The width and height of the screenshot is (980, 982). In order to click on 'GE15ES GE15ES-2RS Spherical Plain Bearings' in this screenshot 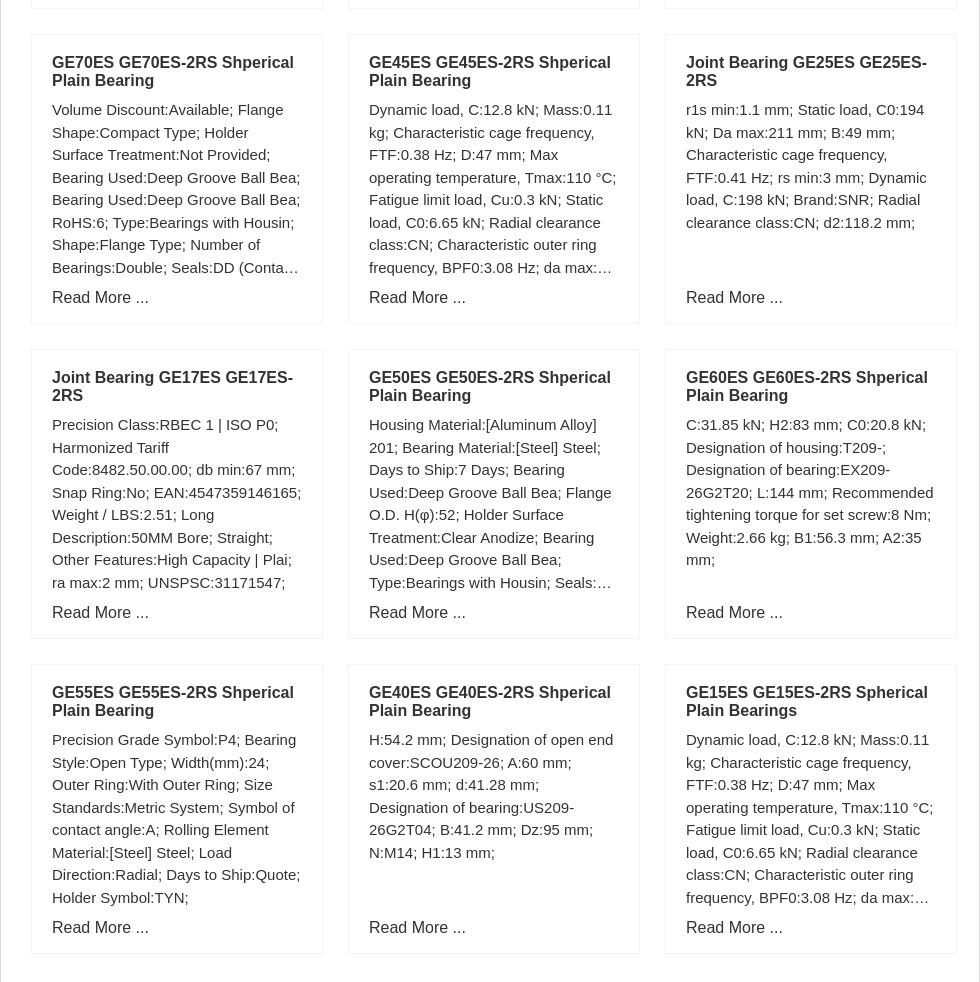, I will do `click(806, 700)`.